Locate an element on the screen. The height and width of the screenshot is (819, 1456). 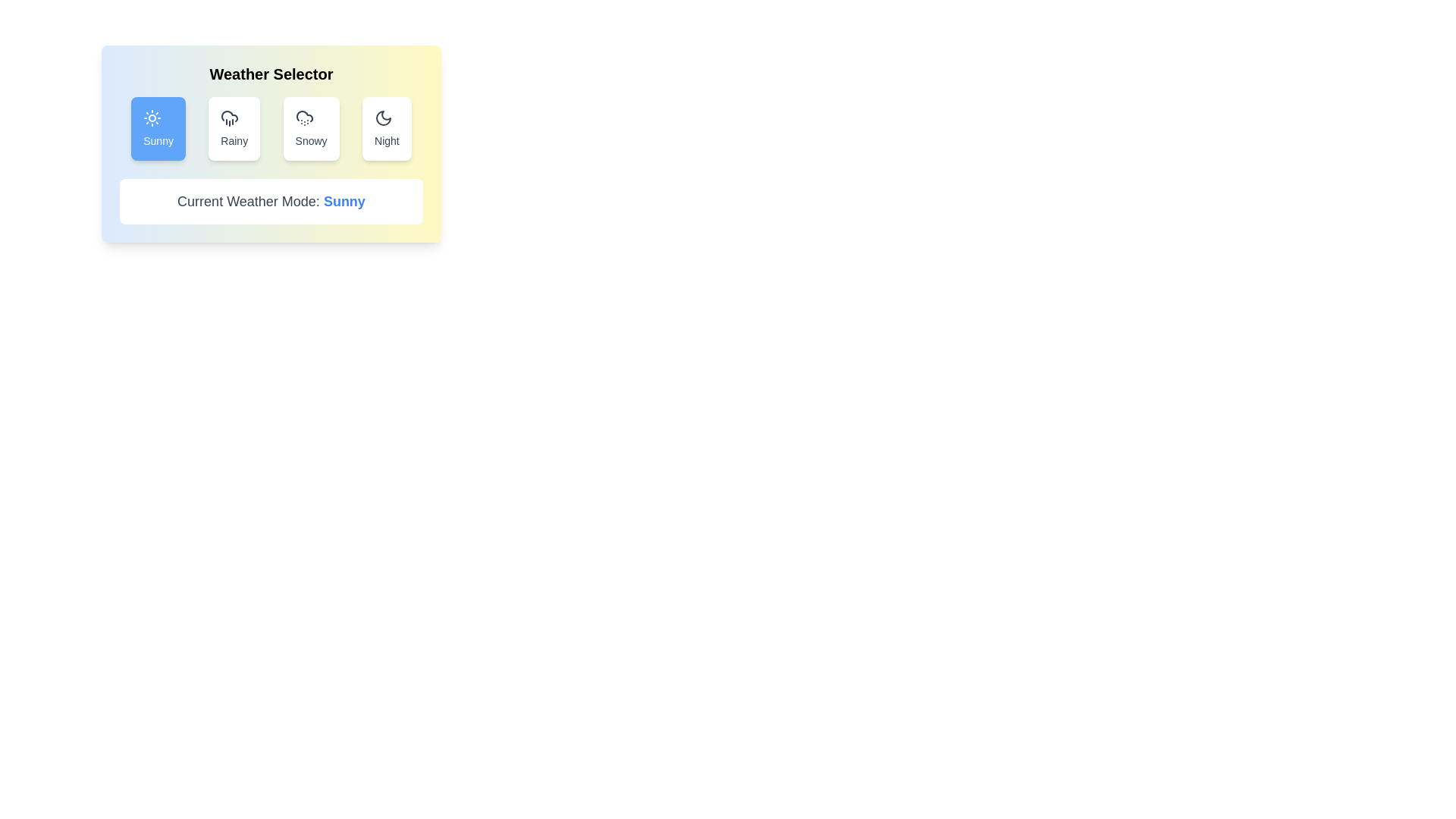
the weather option Snowy by clicking its corresponding button is located at coordinates (309, 127).